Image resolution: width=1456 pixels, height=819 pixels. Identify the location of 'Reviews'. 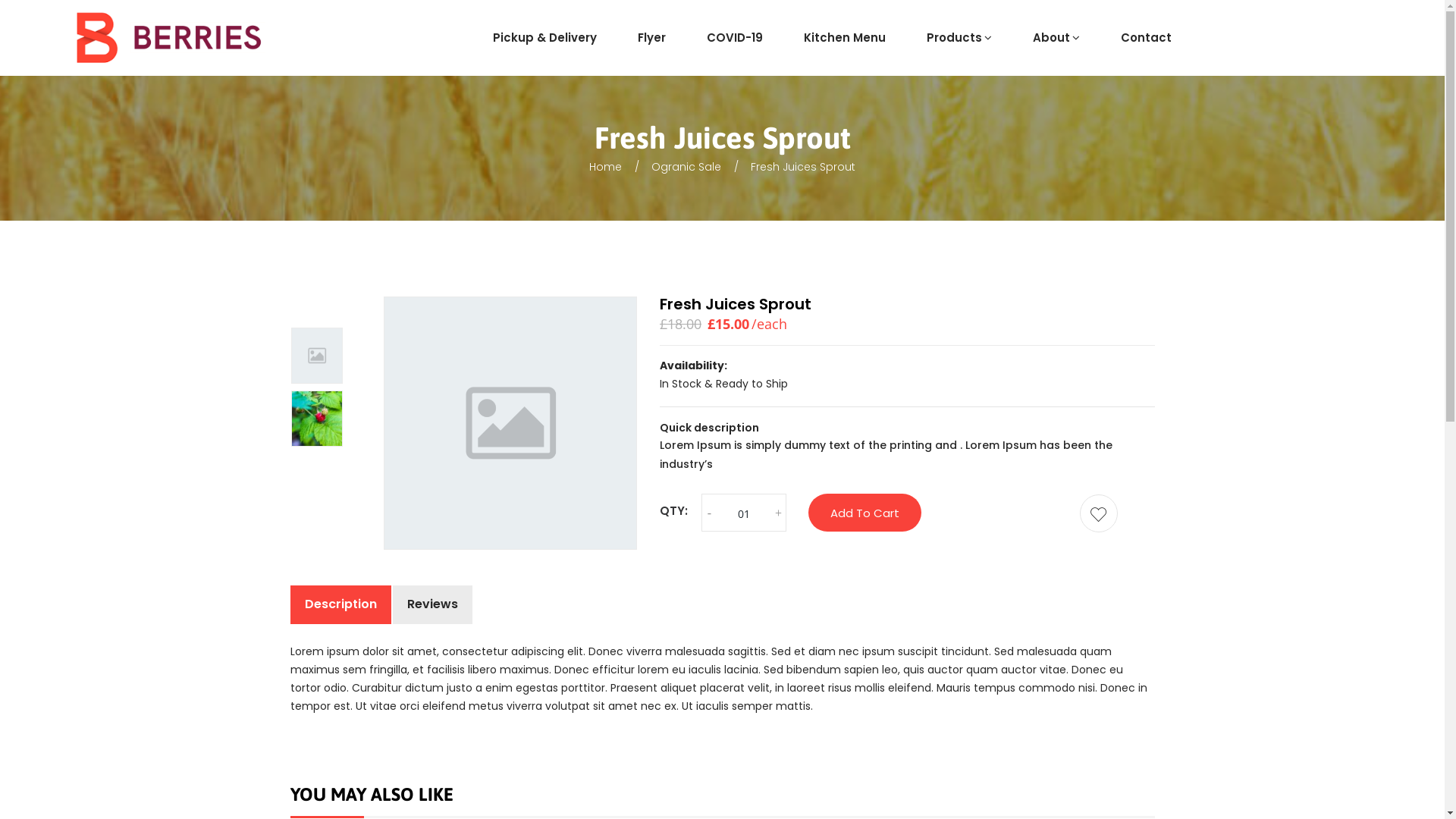
(431, 604).